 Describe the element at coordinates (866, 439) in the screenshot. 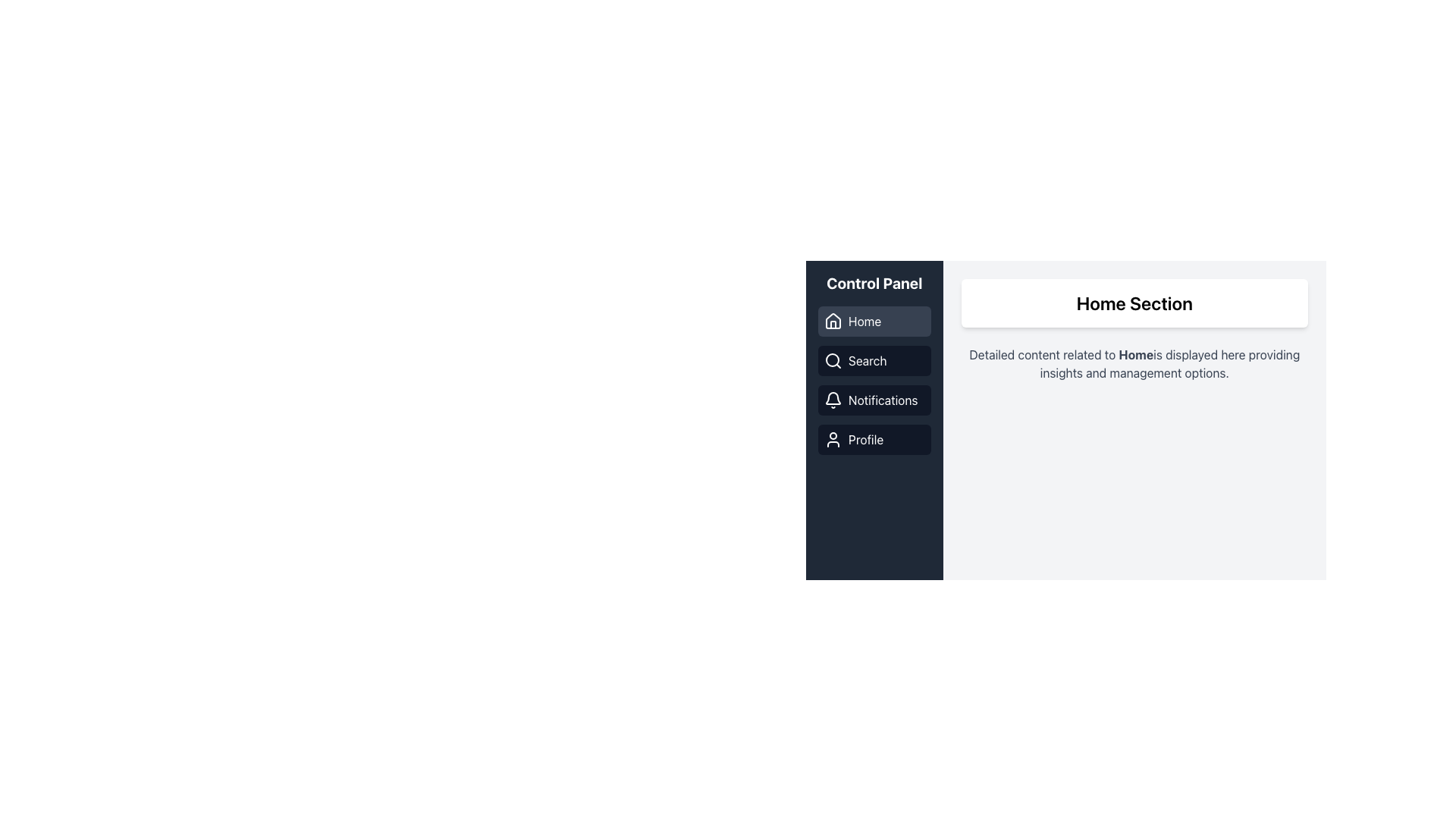

I see `text label displaying 'Profile' in white on a dark background, located in the sidebar navigation next to the user icon` at that location.